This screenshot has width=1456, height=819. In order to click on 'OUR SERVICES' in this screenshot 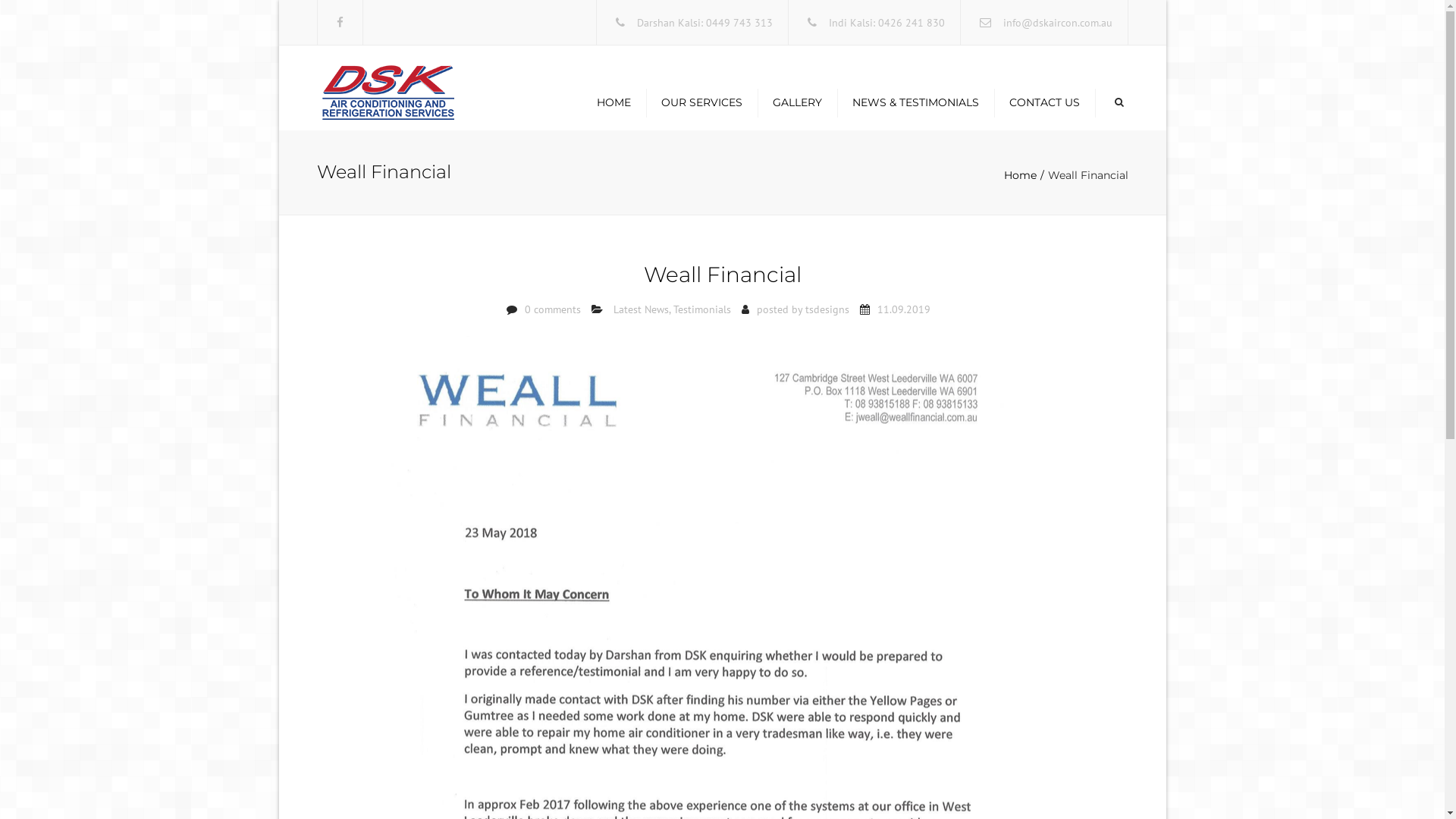, I will do `click(701, 102)`.